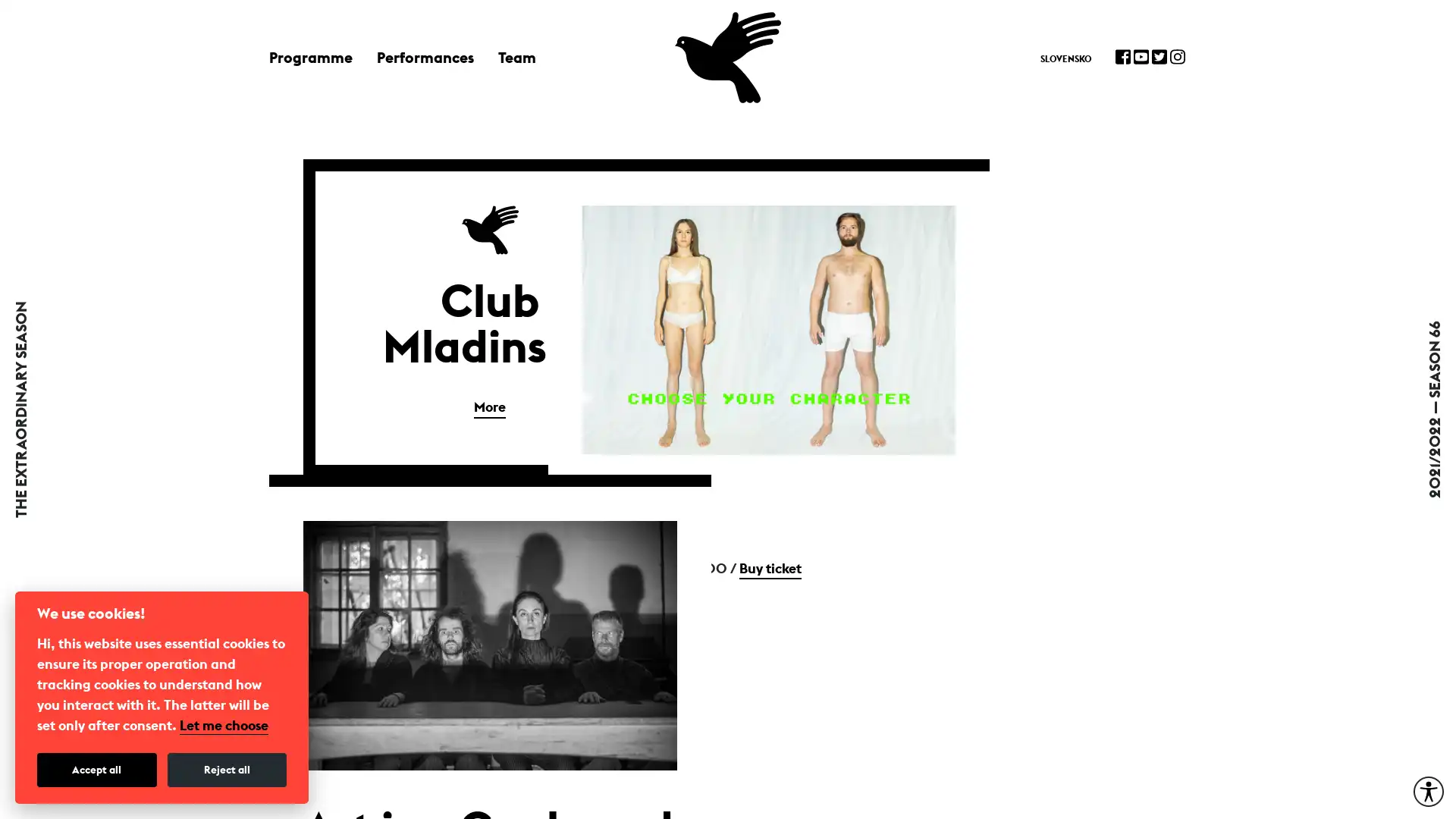  What do you see at coordinates (95, 769) in the screenshot?
I see `Accept all` at bounding box center [95, 769].